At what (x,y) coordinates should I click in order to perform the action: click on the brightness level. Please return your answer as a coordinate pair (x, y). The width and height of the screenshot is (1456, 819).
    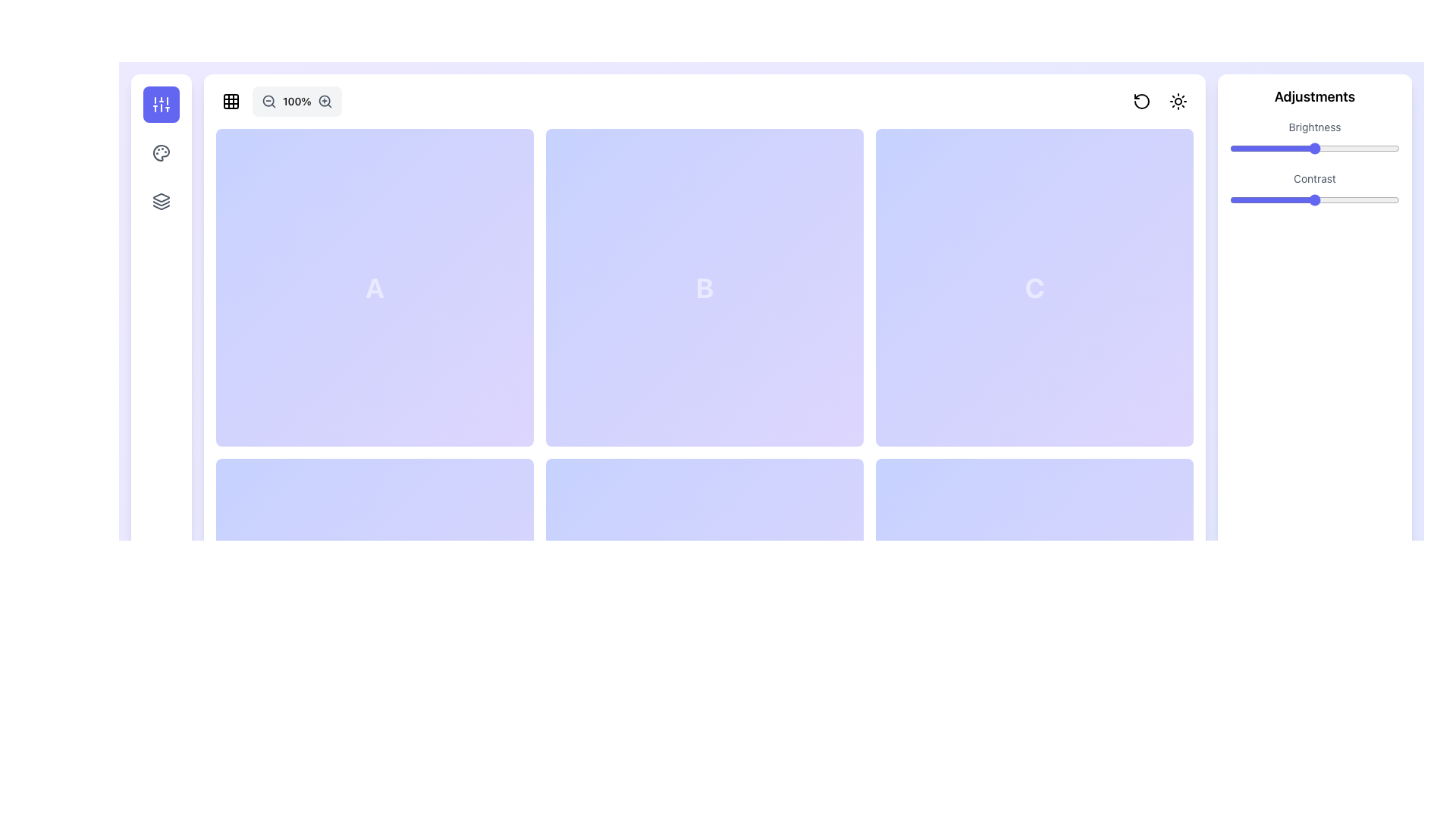
    Looking at the image, I should click on (1386, 149).